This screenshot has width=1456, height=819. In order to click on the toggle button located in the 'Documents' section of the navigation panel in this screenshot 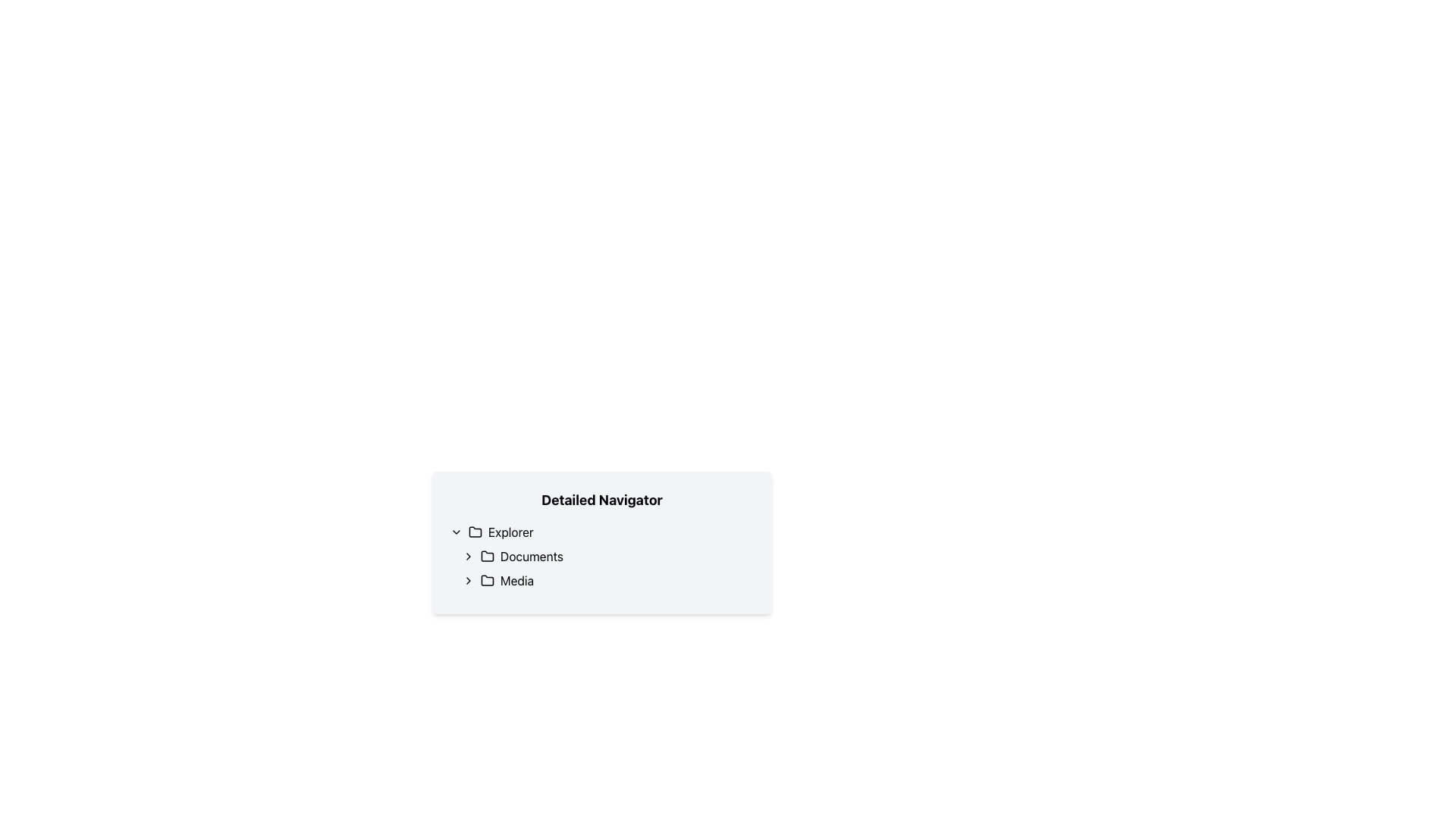, I will do `click(468, 556)`.